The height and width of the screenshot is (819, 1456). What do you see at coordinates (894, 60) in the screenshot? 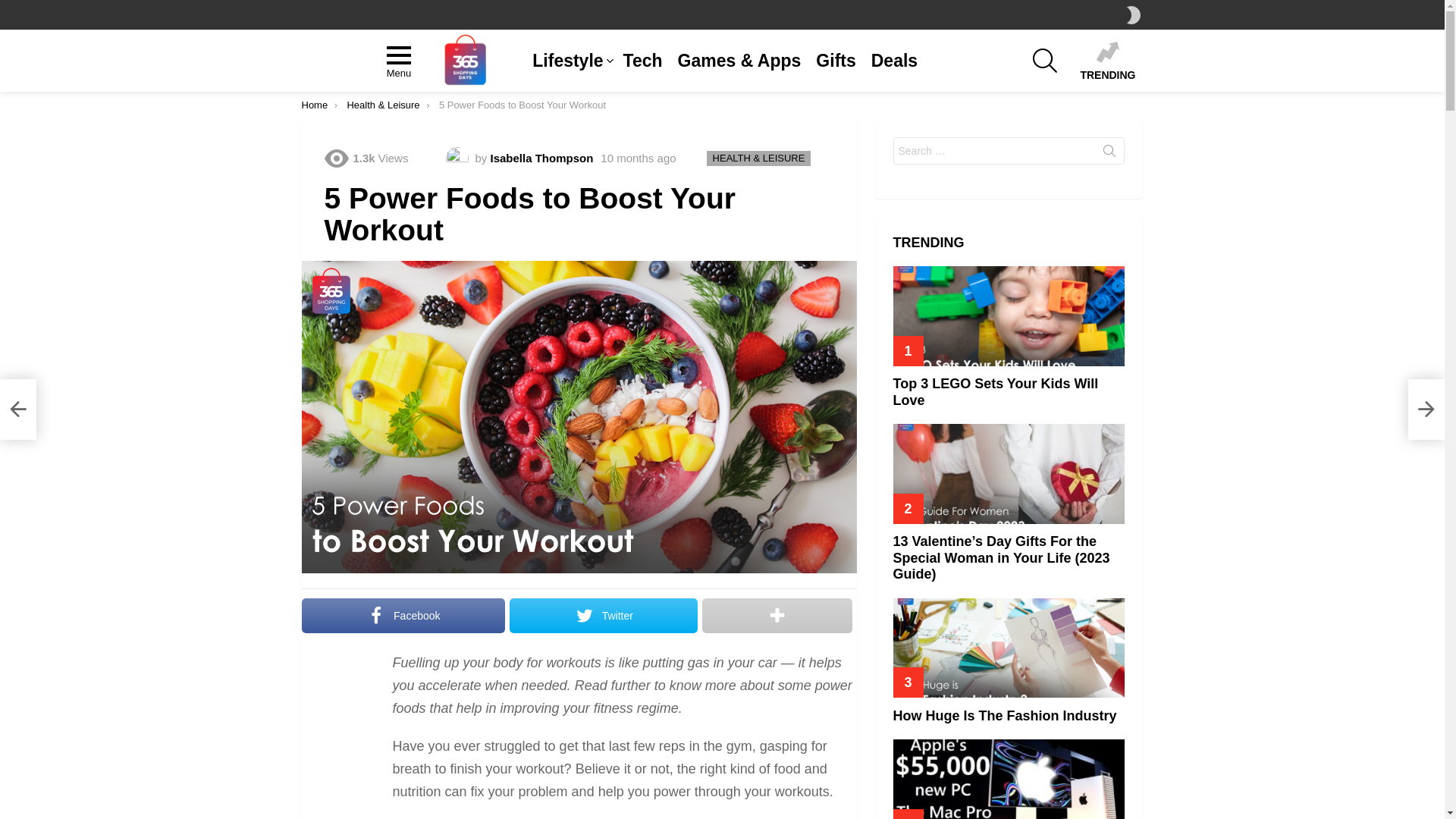
I see `'Deals'` at bounding box center [894, 60].